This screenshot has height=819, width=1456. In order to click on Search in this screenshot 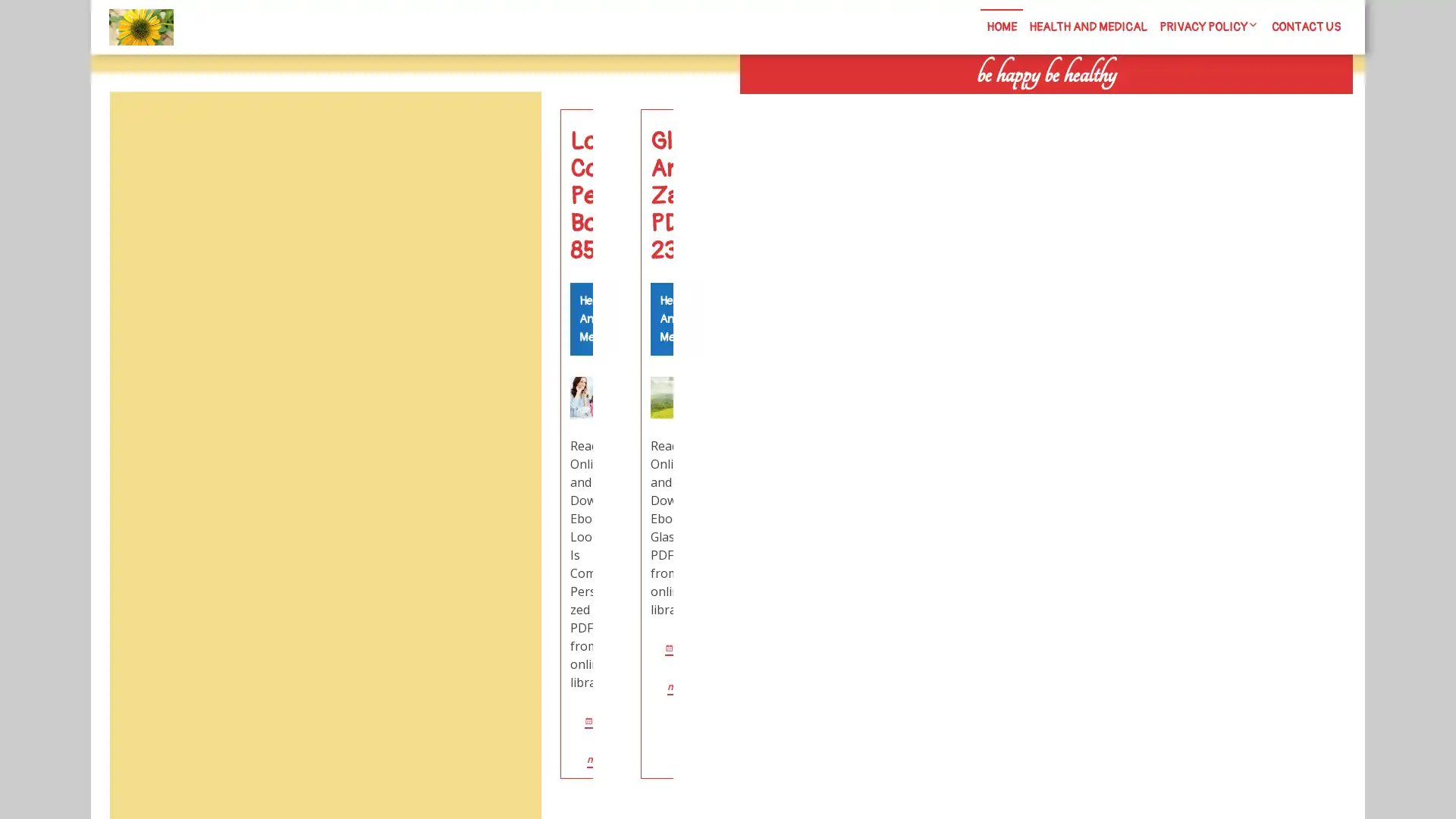, I will do `click(506, 127)`.